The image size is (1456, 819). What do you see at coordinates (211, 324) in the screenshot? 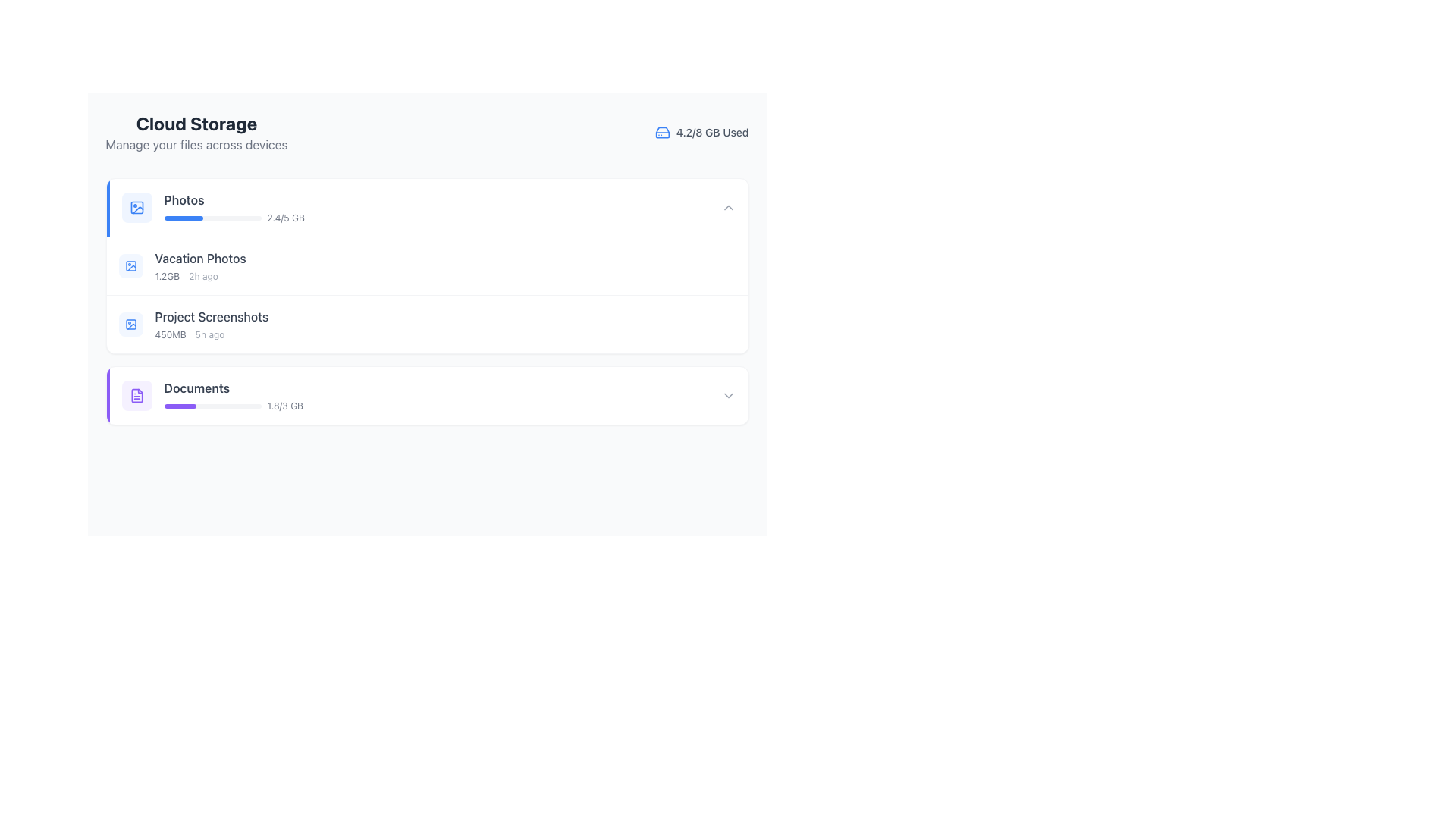
I see `the information displayed in the Information Display Block titled 'Project Screenshots', which includes the details '450MB 5h ago'` at bounding box center [211, 324].